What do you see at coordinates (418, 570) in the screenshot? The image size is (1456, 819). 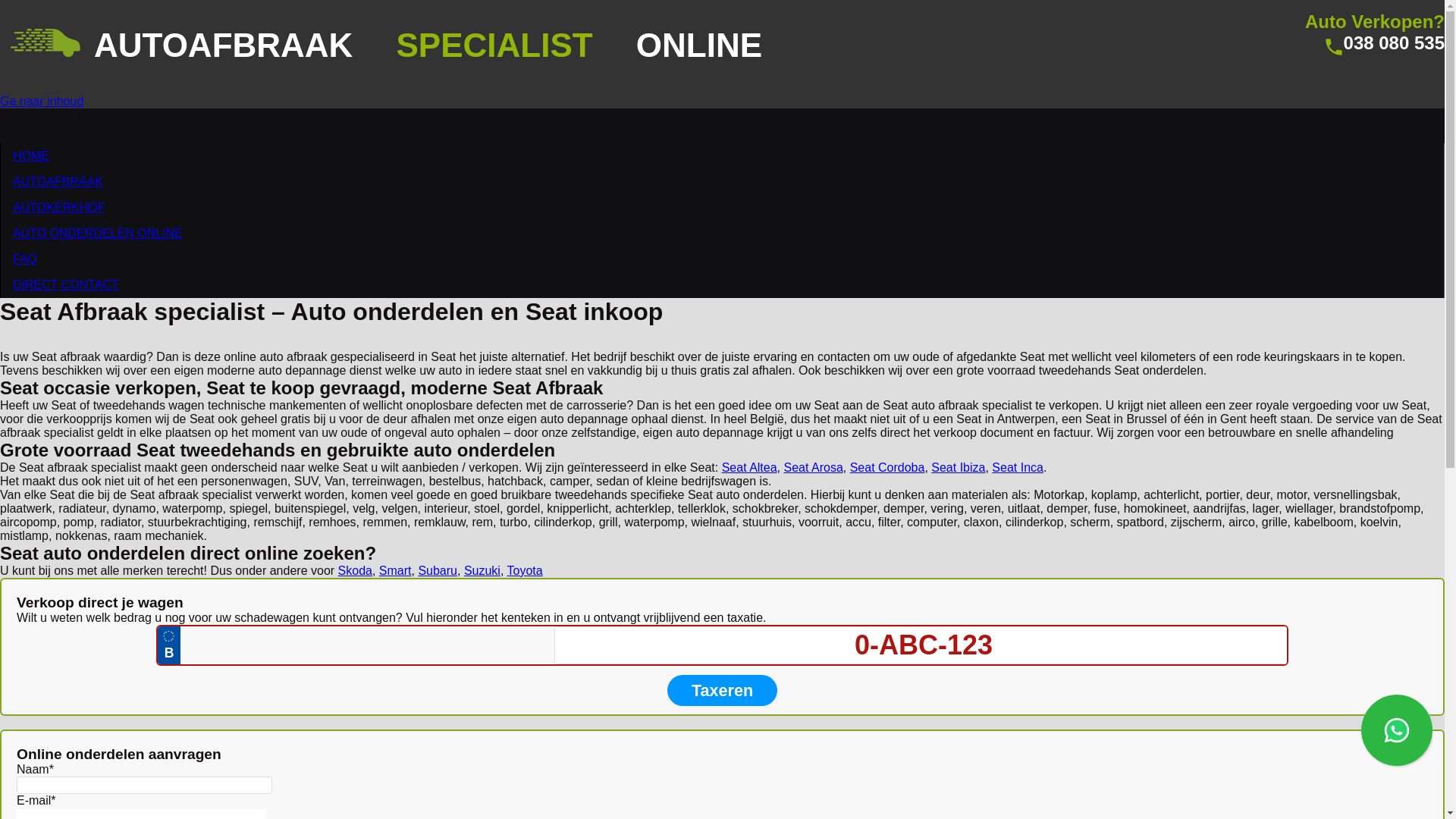 I see `'Subaru'` at bounding box center [418, 570].